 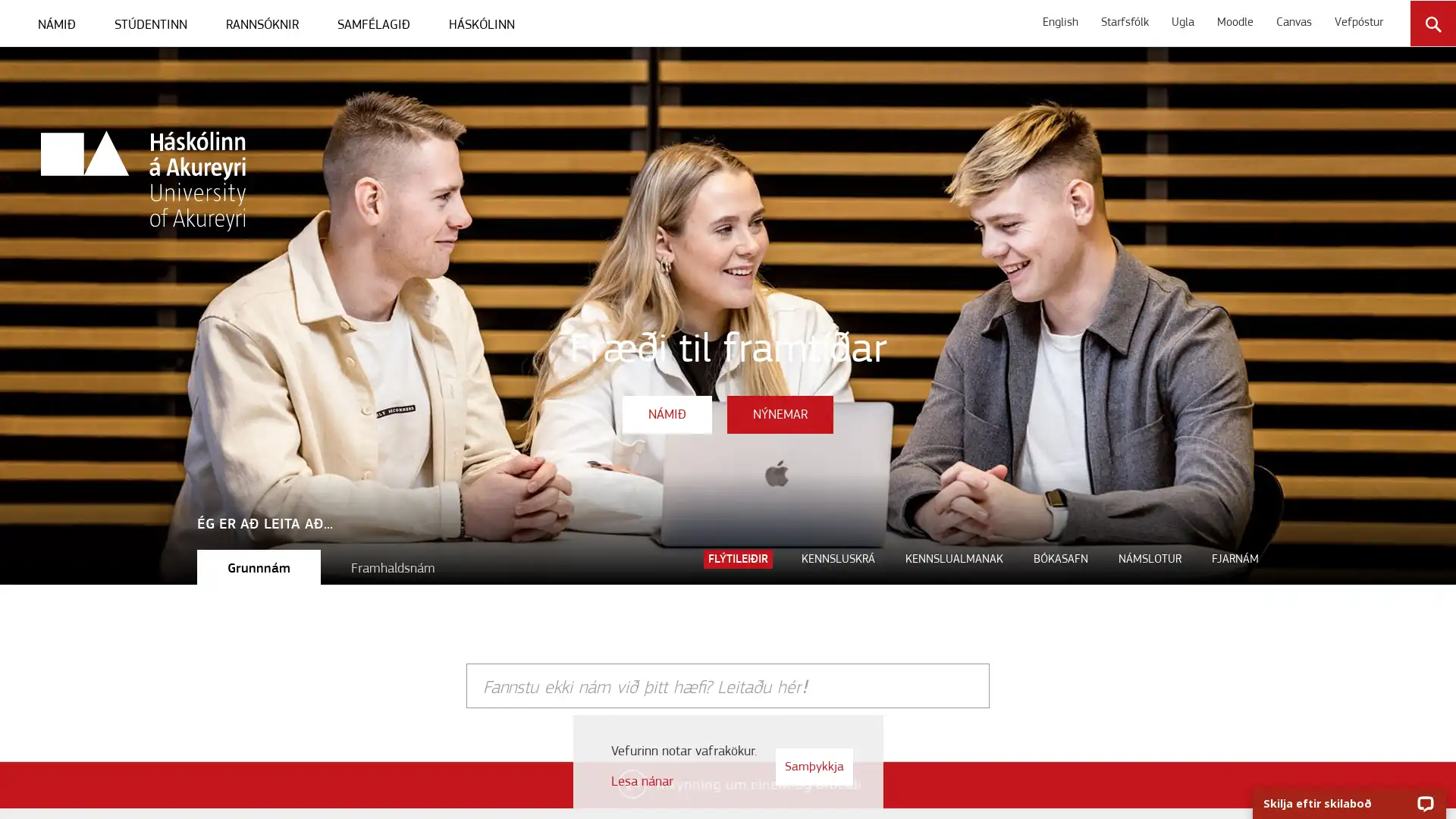 What do you see at coordinates (813, 766) in the screenshot?
I see `Samykkja vafrakokur` at bounding box center [813, 766].